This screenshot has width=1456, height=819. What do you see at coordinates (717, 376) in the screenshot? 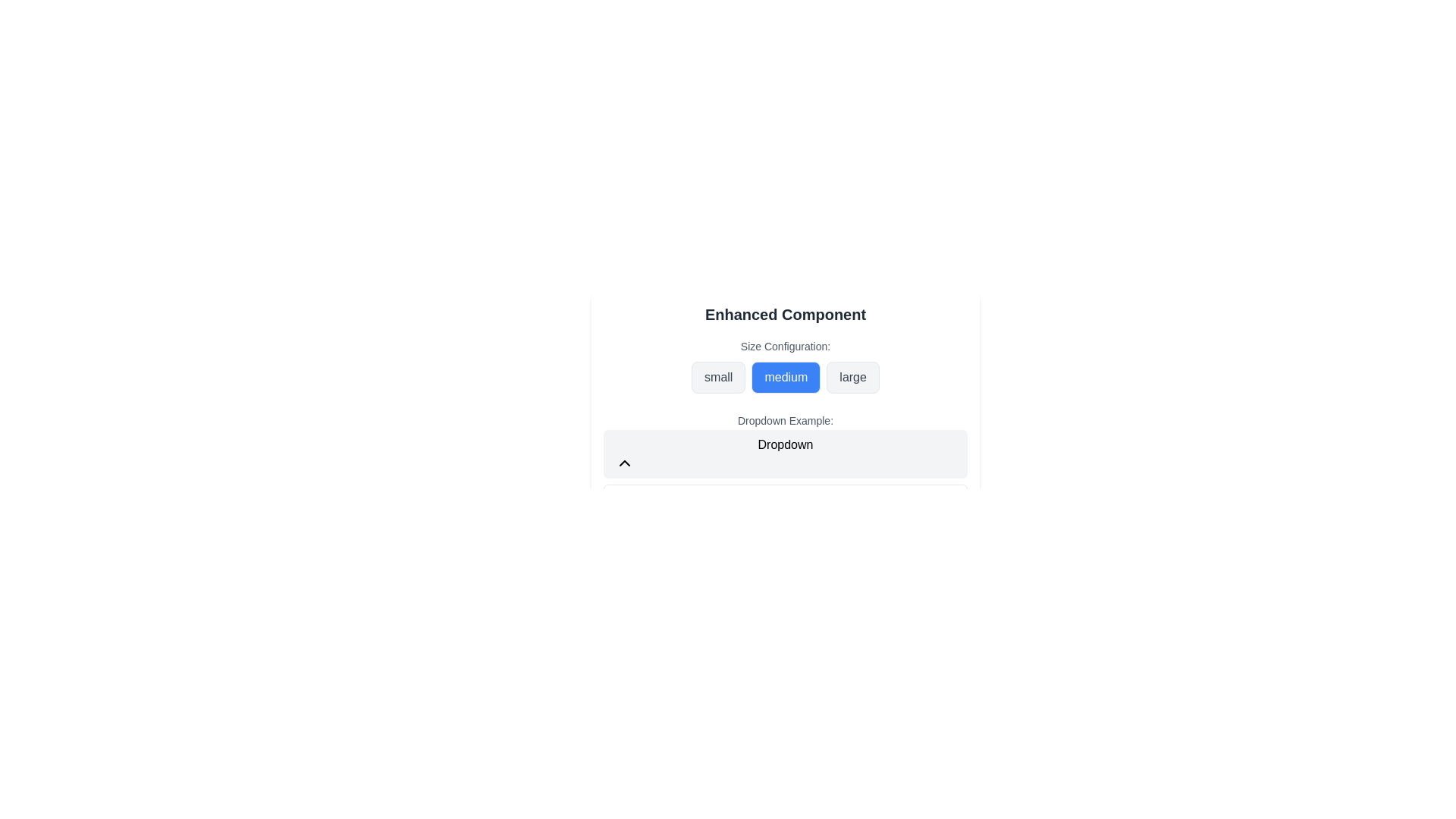
I see `the first button for size selection located under the 'Enhanced Component' heading` at bounding box center [717, 376].